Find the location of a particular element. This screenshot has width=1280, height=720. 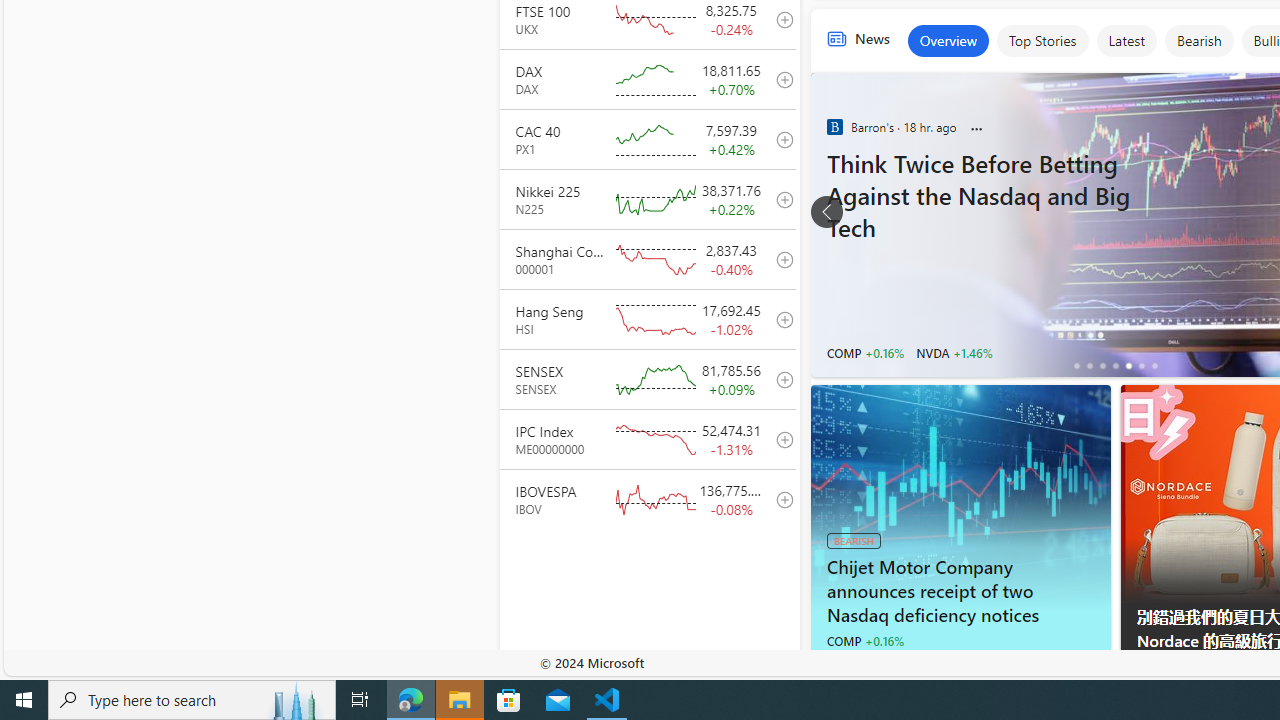

'Bearish' is located at coordinates (1198, 41).